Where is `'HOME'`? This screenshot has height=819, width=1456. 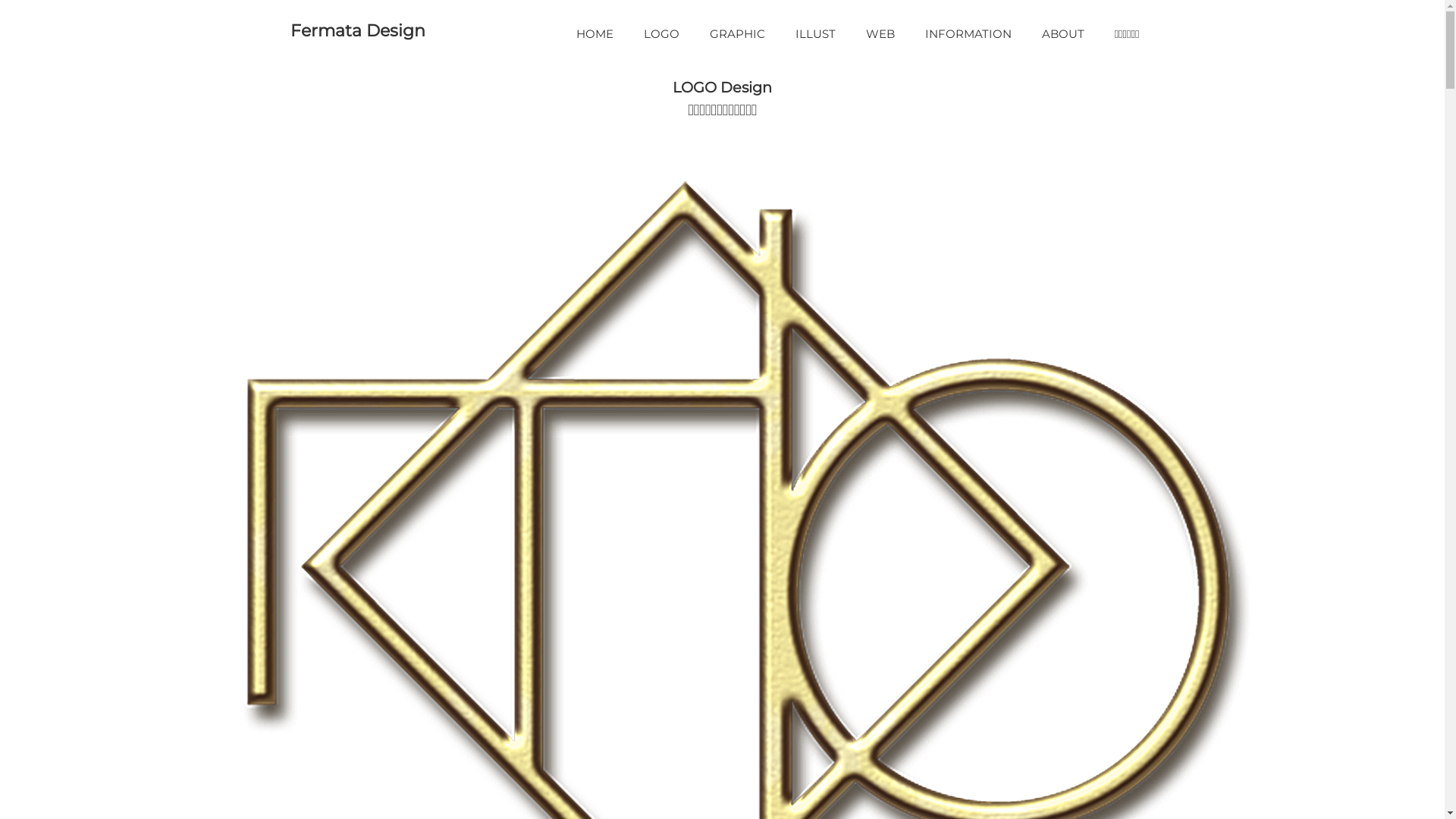
'HOME' is located at coordinates (594, 33).